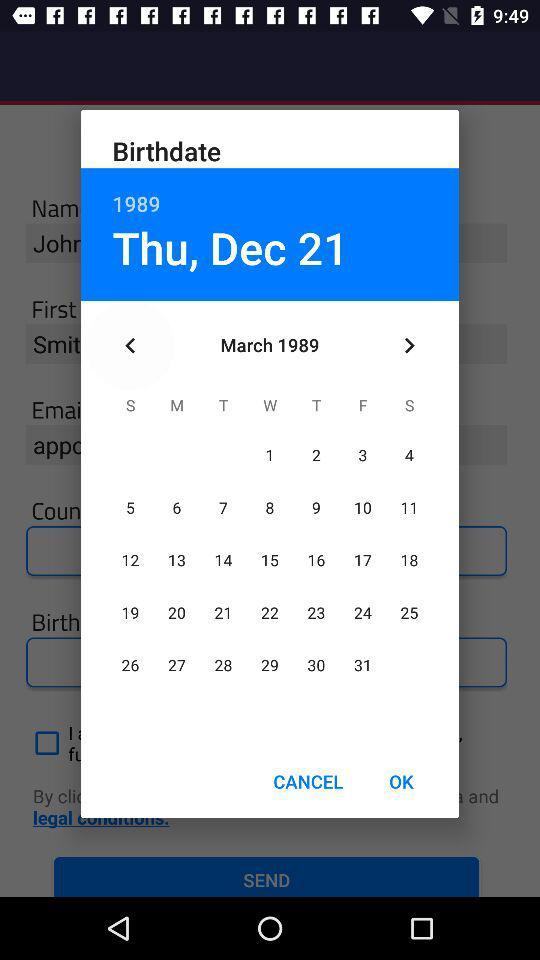 This screenshot has height=960, width=540. Describe the element at coordinates (130, 345) in the screenshot. I see `icon on the left` at that location.